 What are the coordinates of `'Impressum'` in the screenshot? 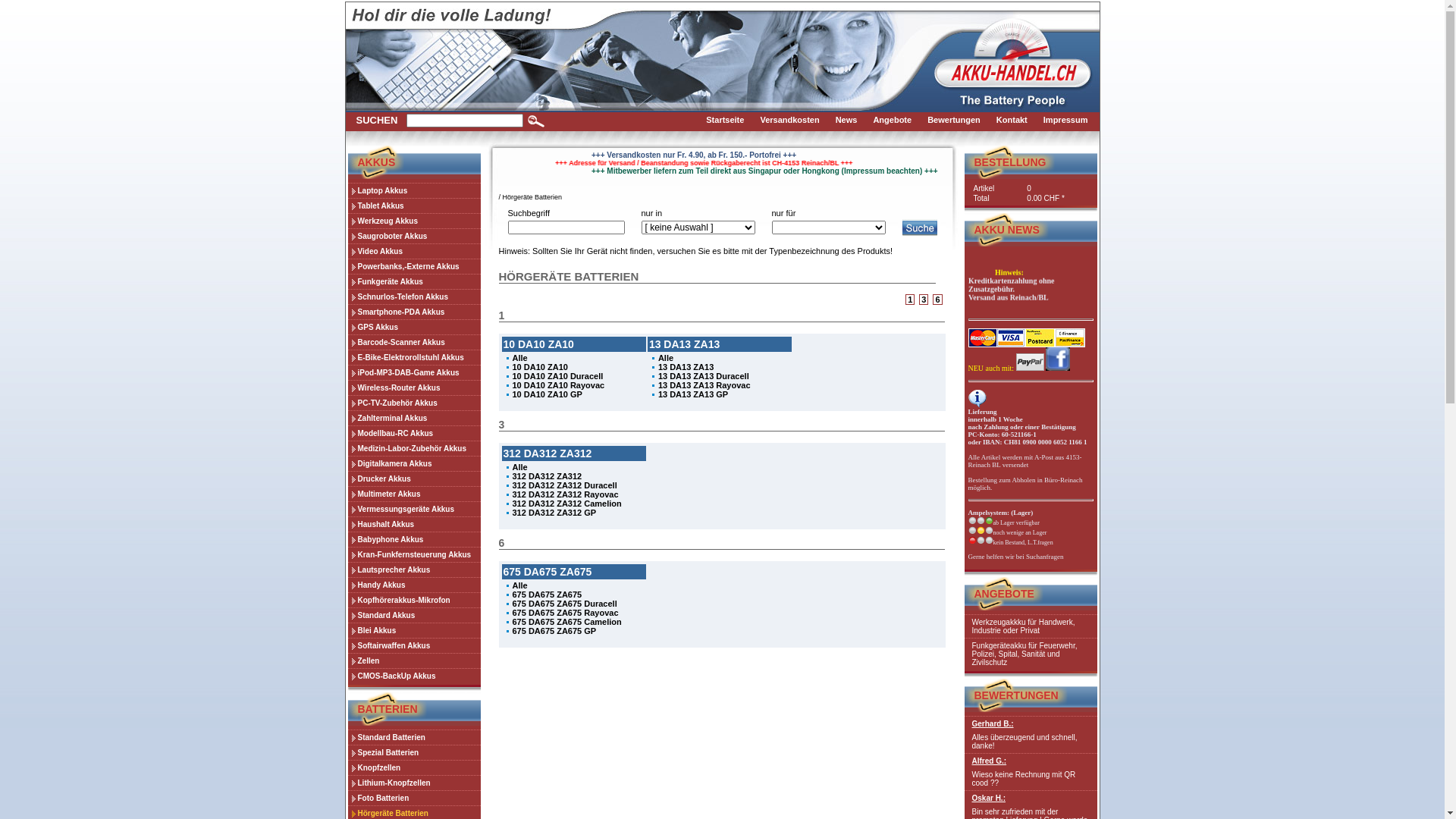 It's located at (1069, 120).